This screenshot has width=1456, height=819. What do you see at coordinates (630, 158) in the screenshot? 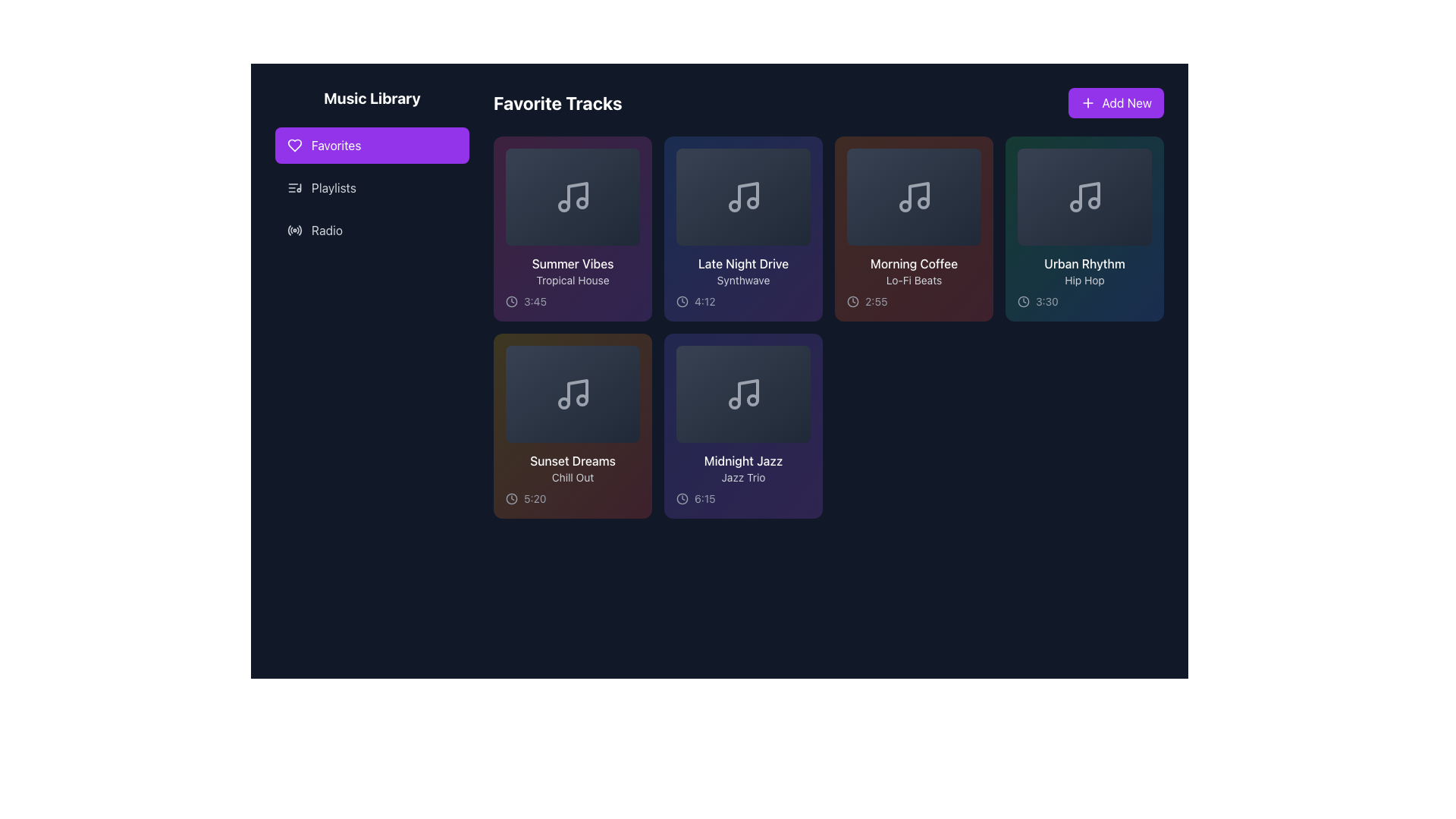
I see `the graphical representation of the circle located in the top-right corner of the 'Summer Vibes' track card, which is part of a grouped circular play icon` at bounding box center [630, 158].